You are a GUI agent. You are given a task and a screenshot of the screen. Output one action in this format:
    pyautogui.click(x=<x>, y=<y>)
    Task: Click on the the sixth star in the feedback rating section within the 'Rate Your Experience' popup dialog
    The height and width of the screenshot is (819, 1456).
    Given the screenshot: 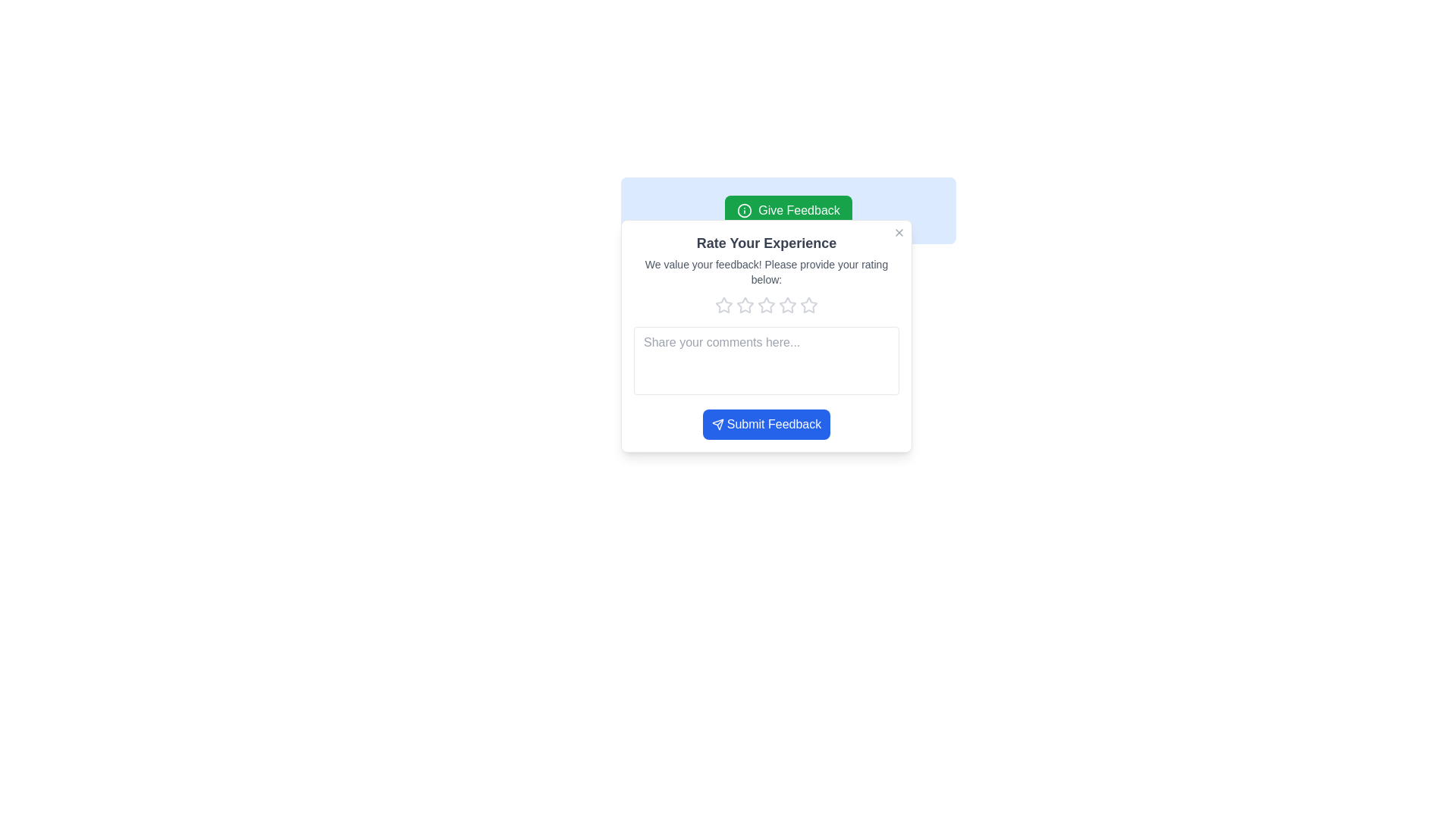 What is the action you would take?
    pyautogui.click(x=787, y=305)
    